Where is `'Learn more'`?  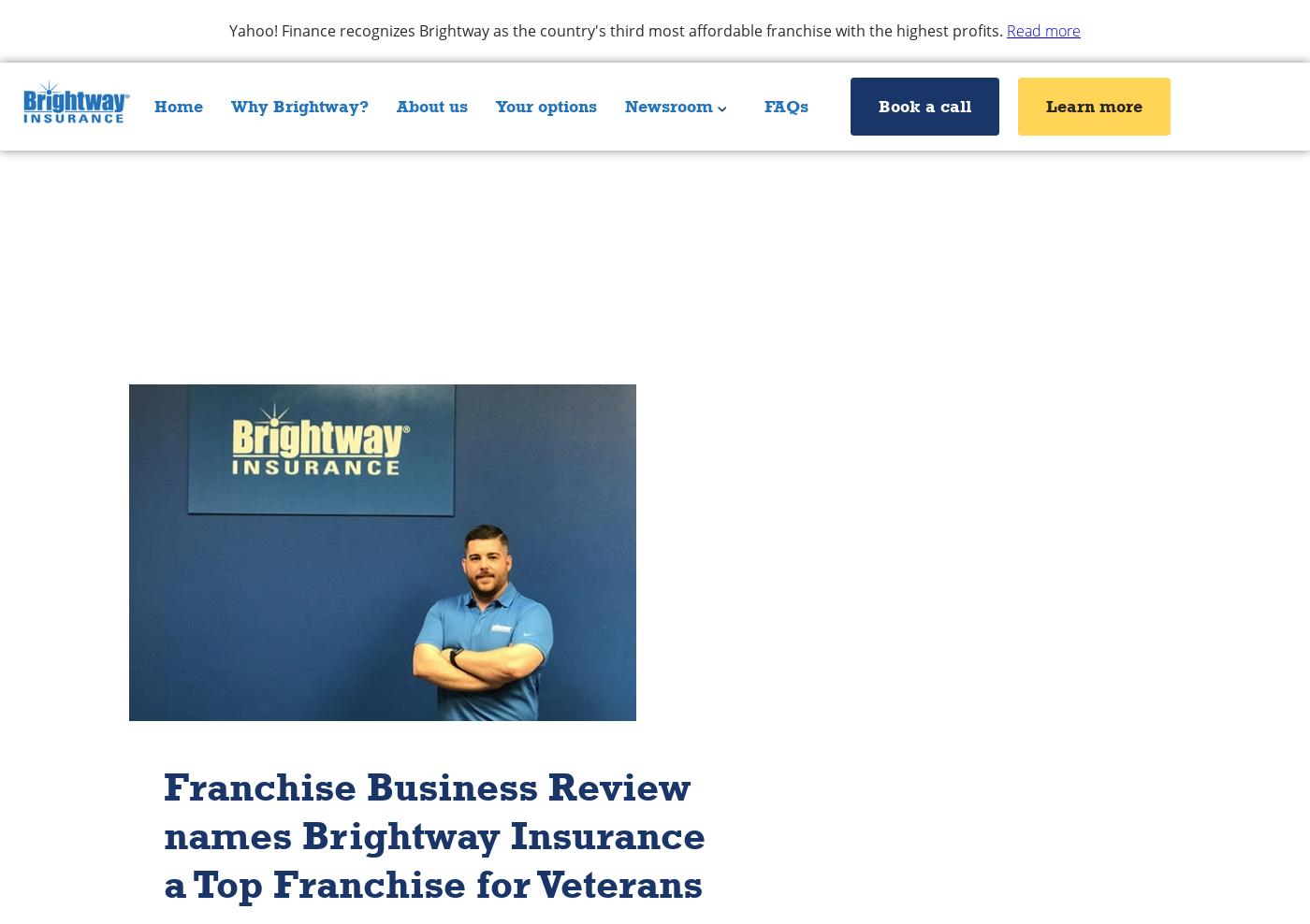 'Learn more' is located at coordinates (1094, 107).